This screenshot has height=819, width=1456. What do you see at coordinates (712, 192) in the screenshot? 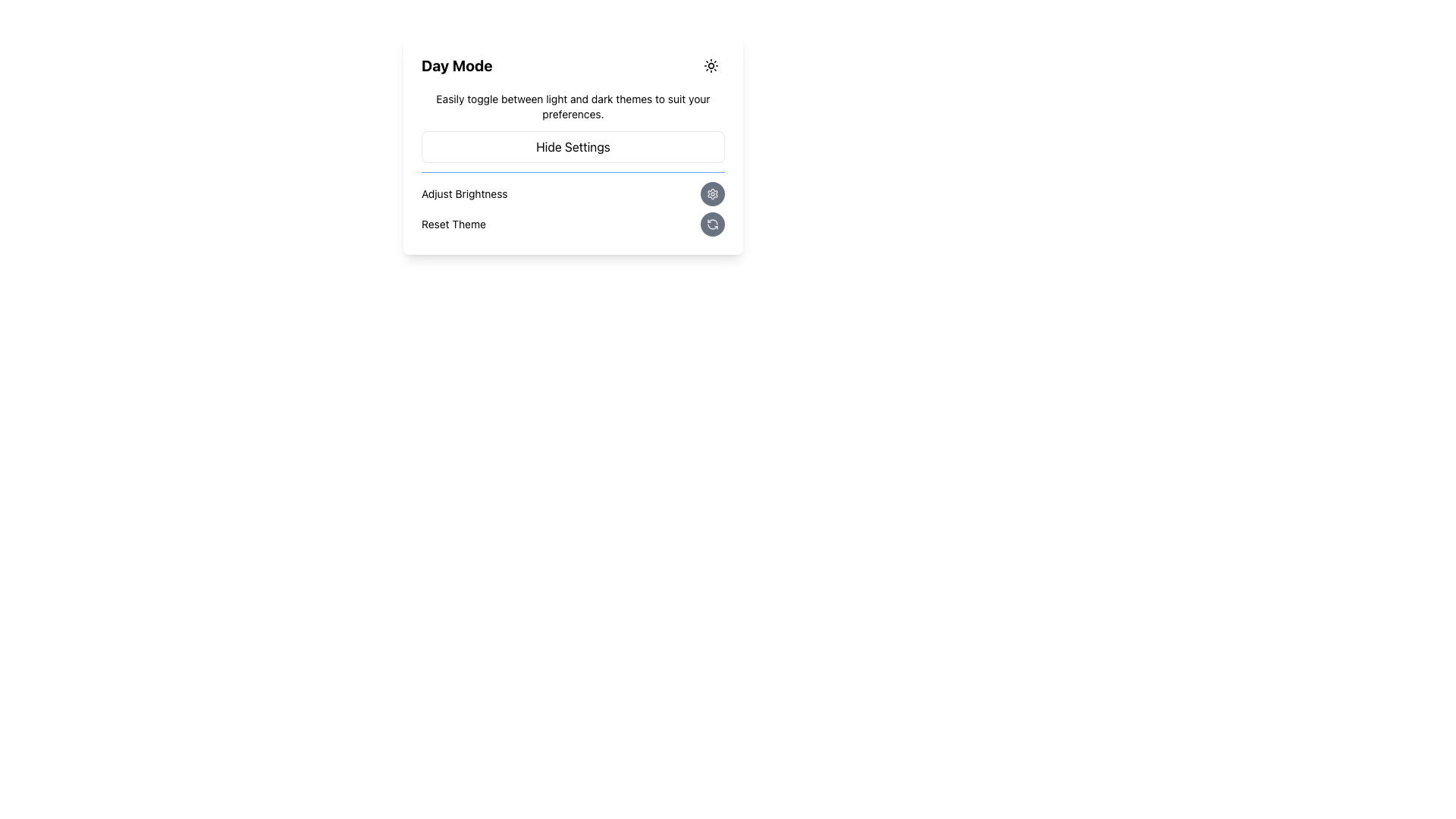
I see `the cog-like settings icon located in the top-right corner inside the 'Day Mode' segment` at bounding box center [712, 192].